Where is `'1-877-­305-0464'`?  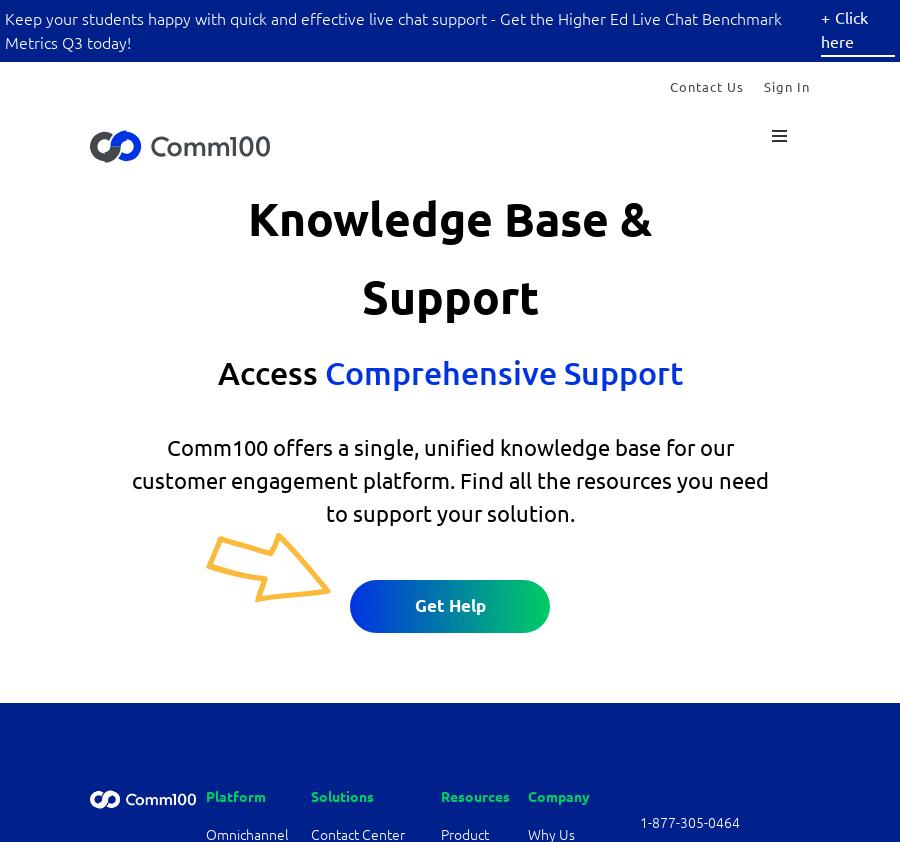
'1-877-­305-0464' is located at coordinates (689, 821).